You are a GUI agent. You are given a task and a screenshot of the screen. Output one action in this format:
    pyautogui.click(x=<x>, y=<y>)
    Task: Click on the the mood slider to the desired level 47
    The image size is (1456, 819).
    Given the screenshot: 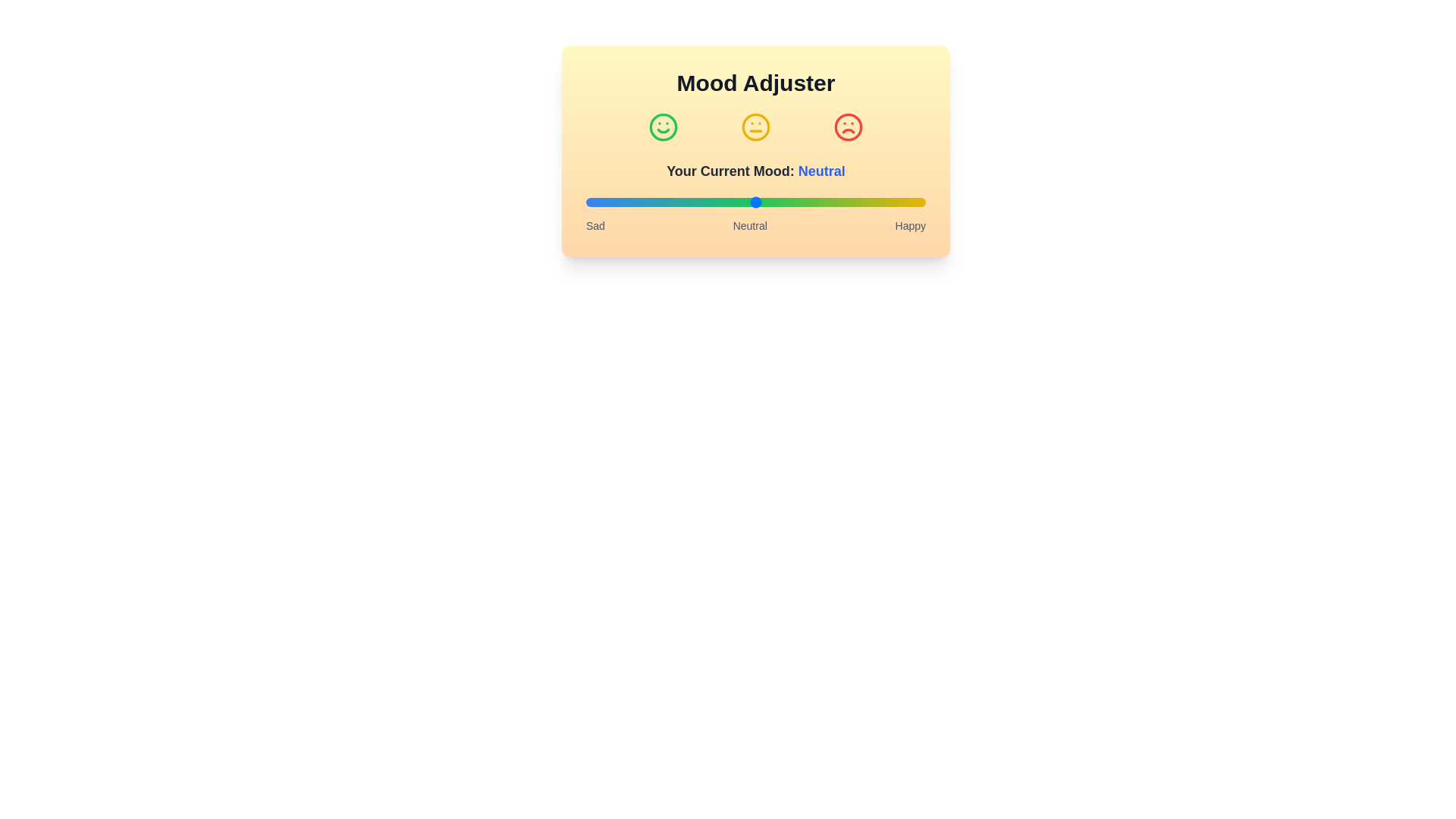 What is the action you would take?
    pyautogui.click(x=745, y=201)
    